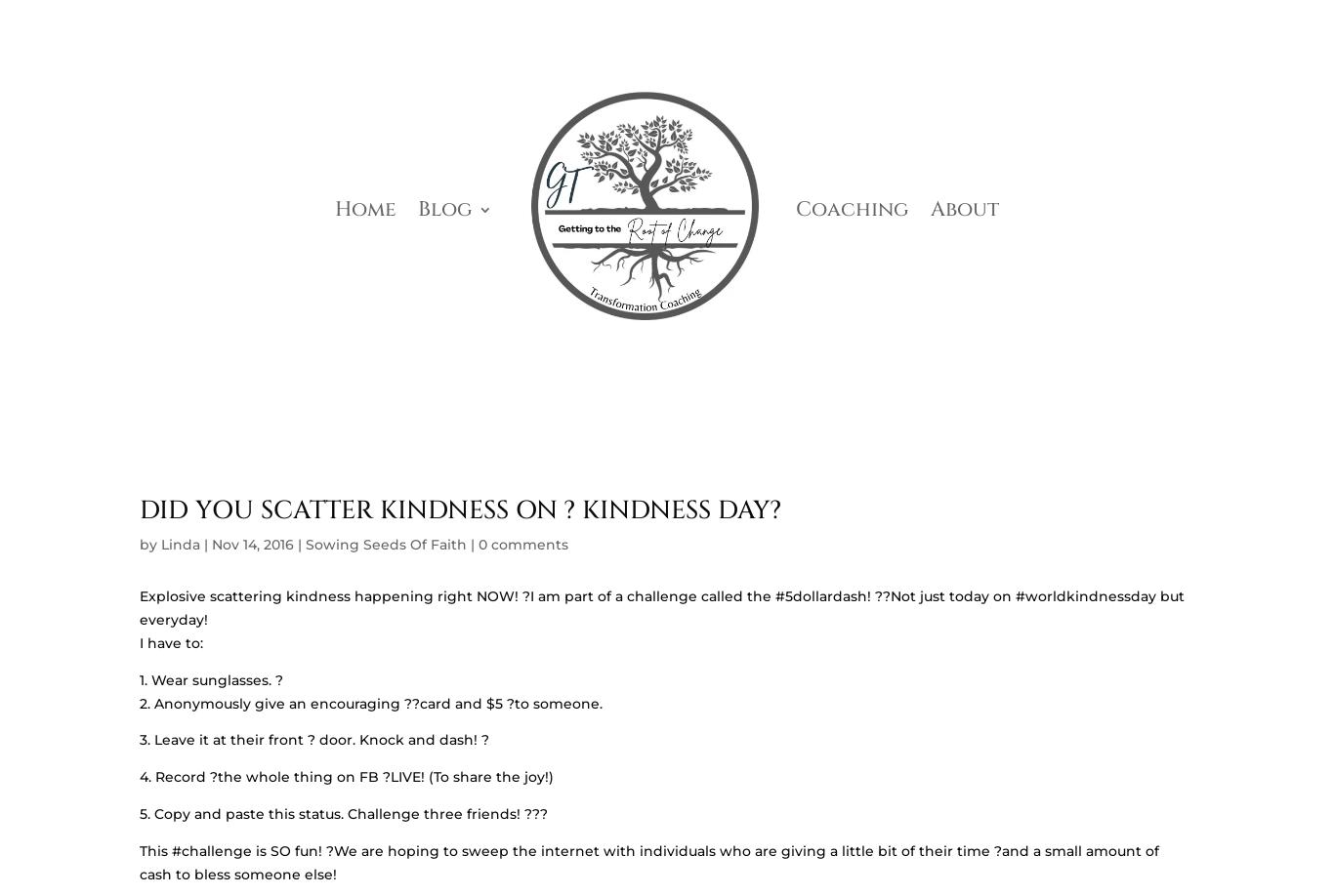 Image resolution: width=1334 pixels, height=896 pixels. Describe the element at coordinates (385, 543) in the screenshot. I see `'Sowing Seeds Of Faith'` at that location.